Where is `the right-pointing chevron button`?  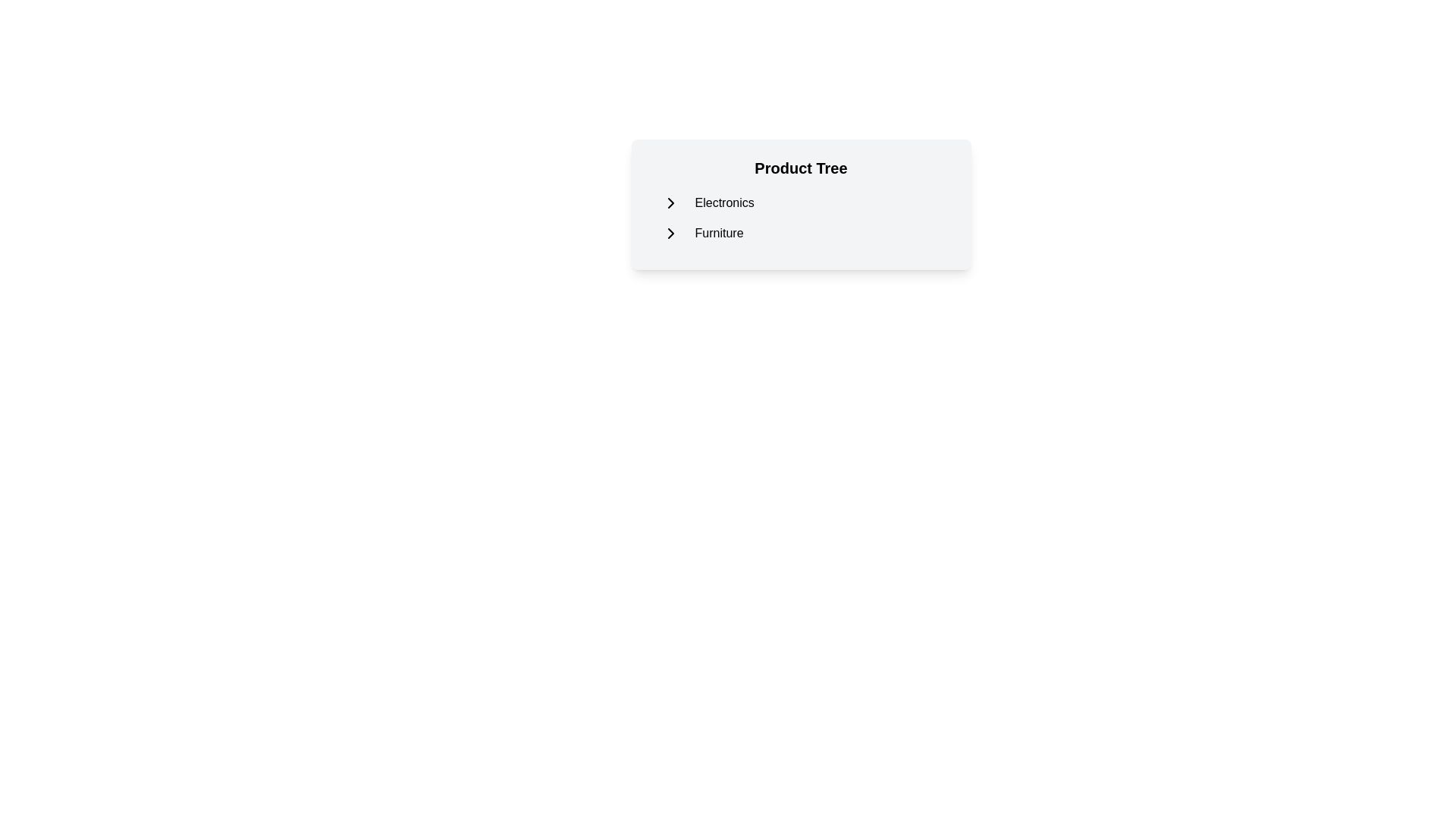
the right-pointing chevron button is located at coordinates (670, 234).